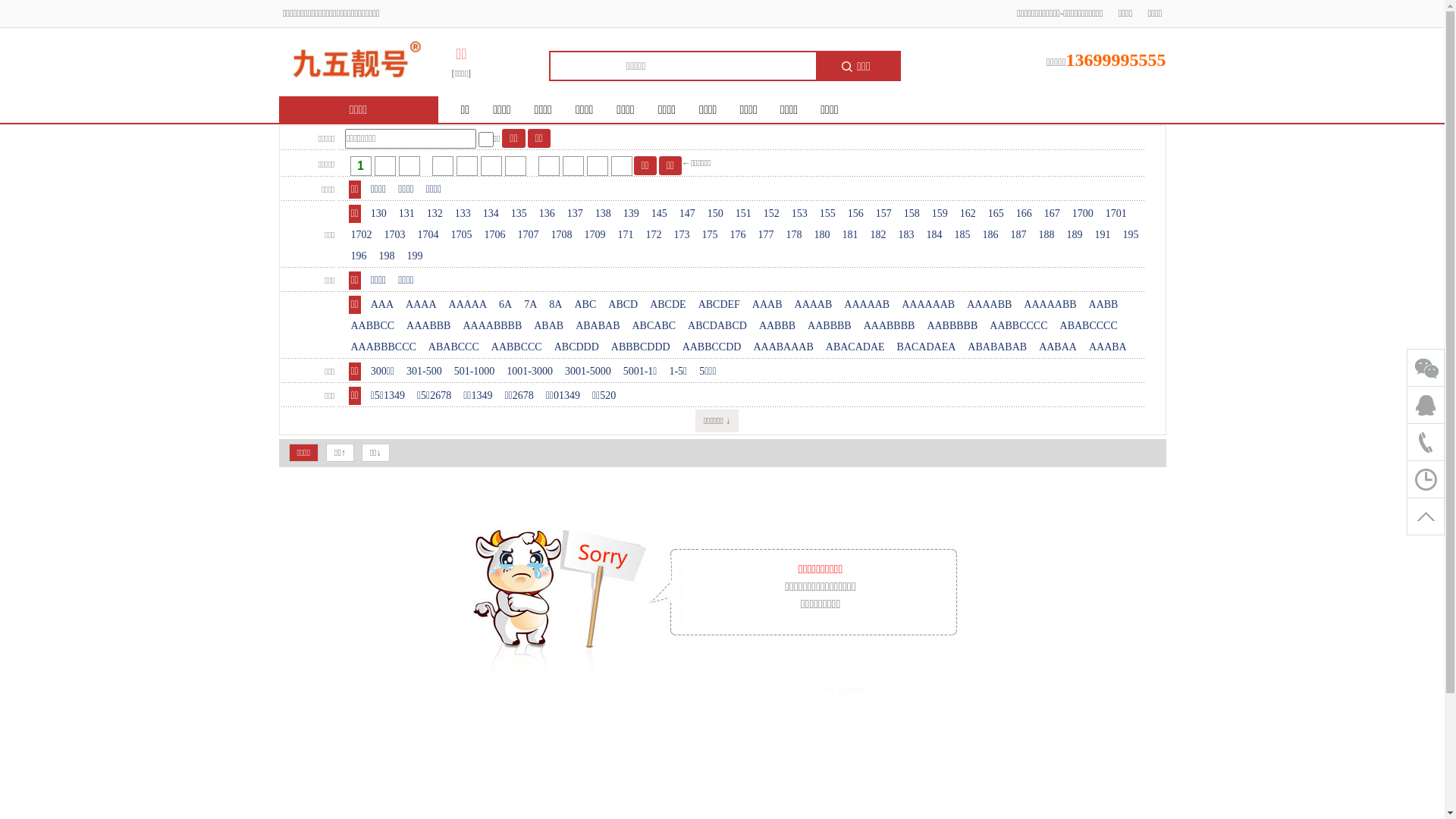  What do you see at coordinates (926, 347) in the screenshot?
I see `'BACADAEA'` at bounding box center [926, 347].